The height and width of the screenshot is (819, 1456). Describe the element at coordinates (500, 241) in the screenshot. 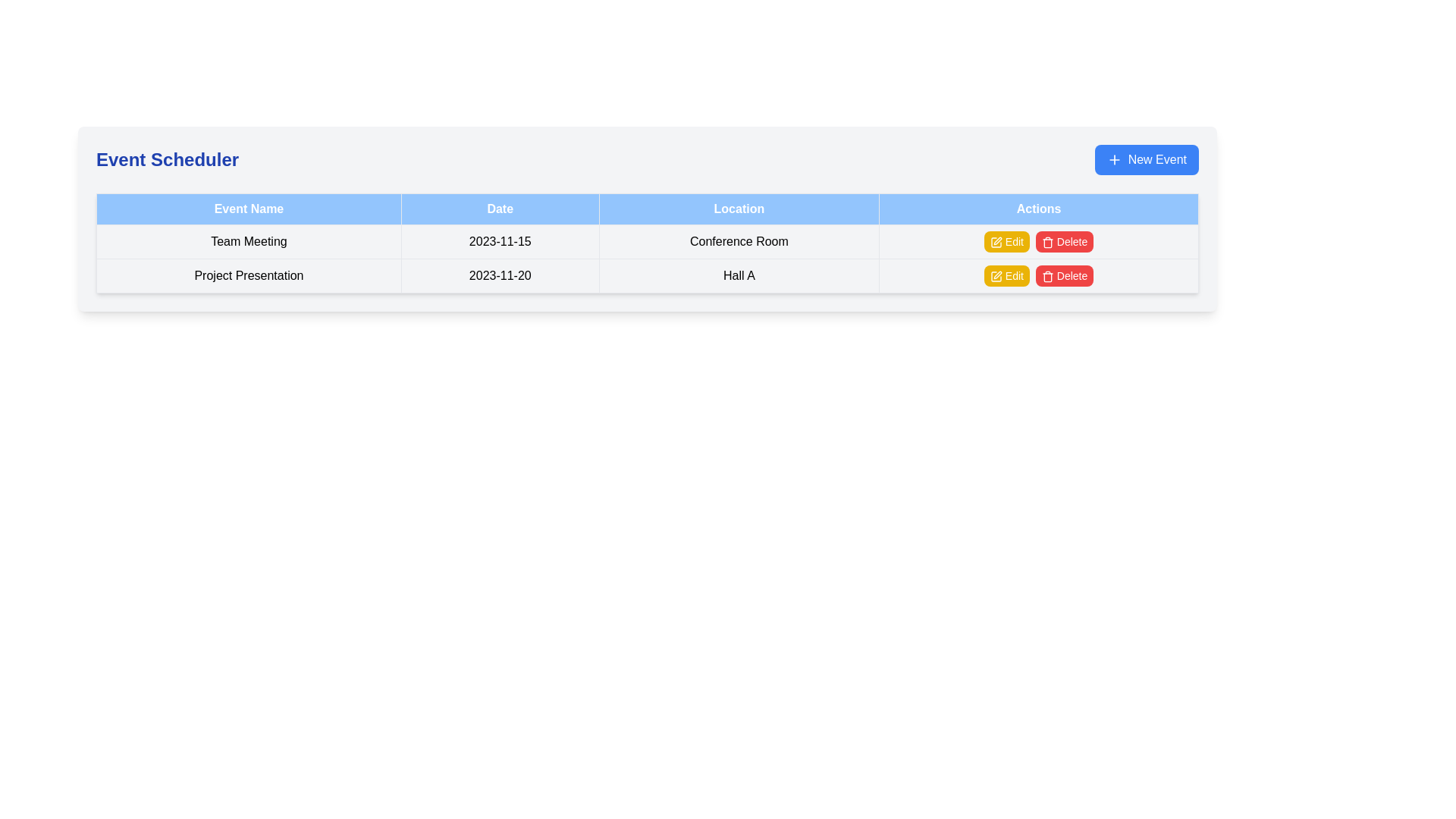

I see `the date text element located in the second column of the first row of the table, under the 'Date' header` at that location.